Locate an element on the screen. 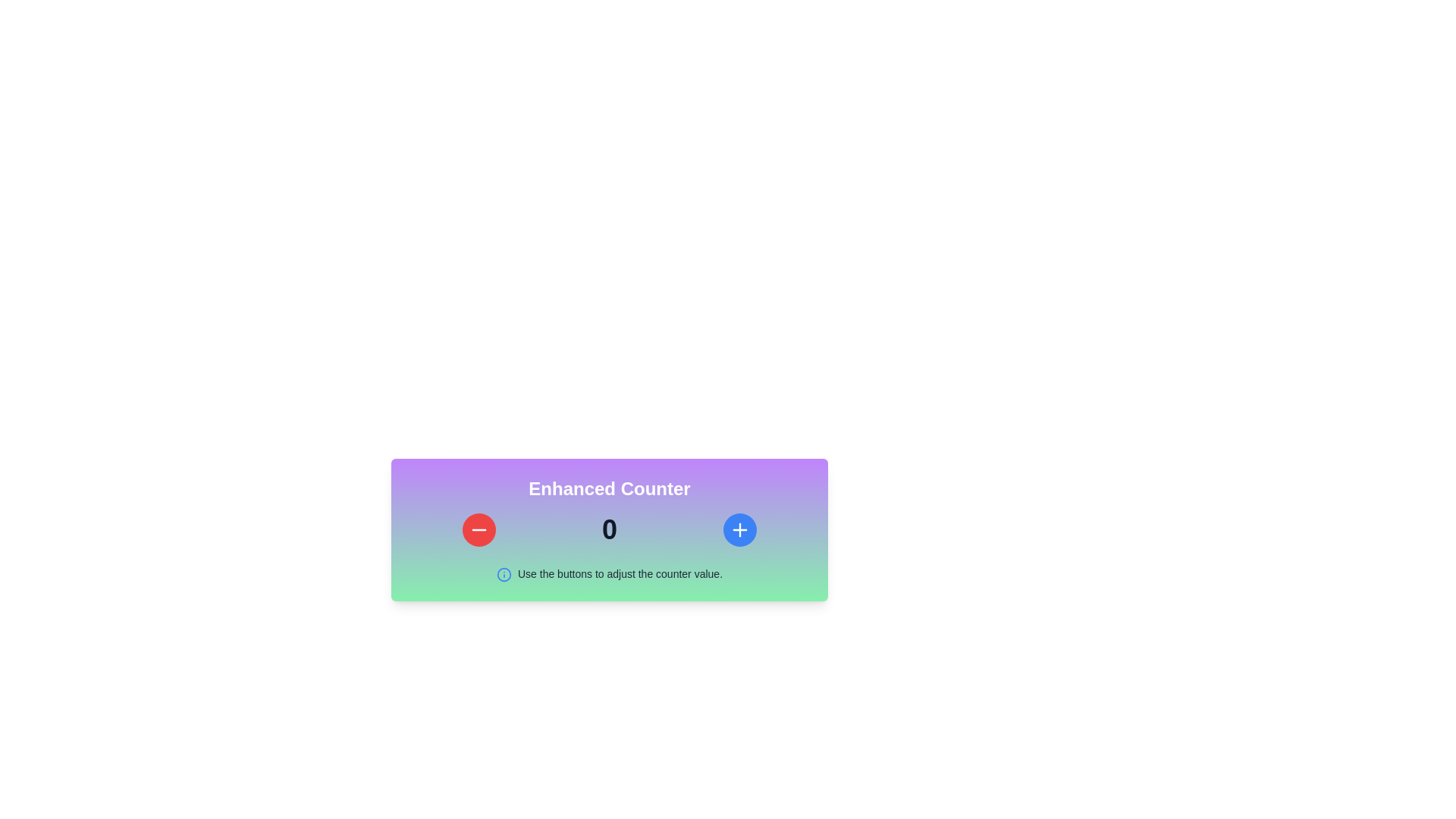 This screenshot has height=819, width=1456. the information icon positioned at the start of the text 'Use the buttons to adjust the counter value.' is located at coordinates (504, 574).